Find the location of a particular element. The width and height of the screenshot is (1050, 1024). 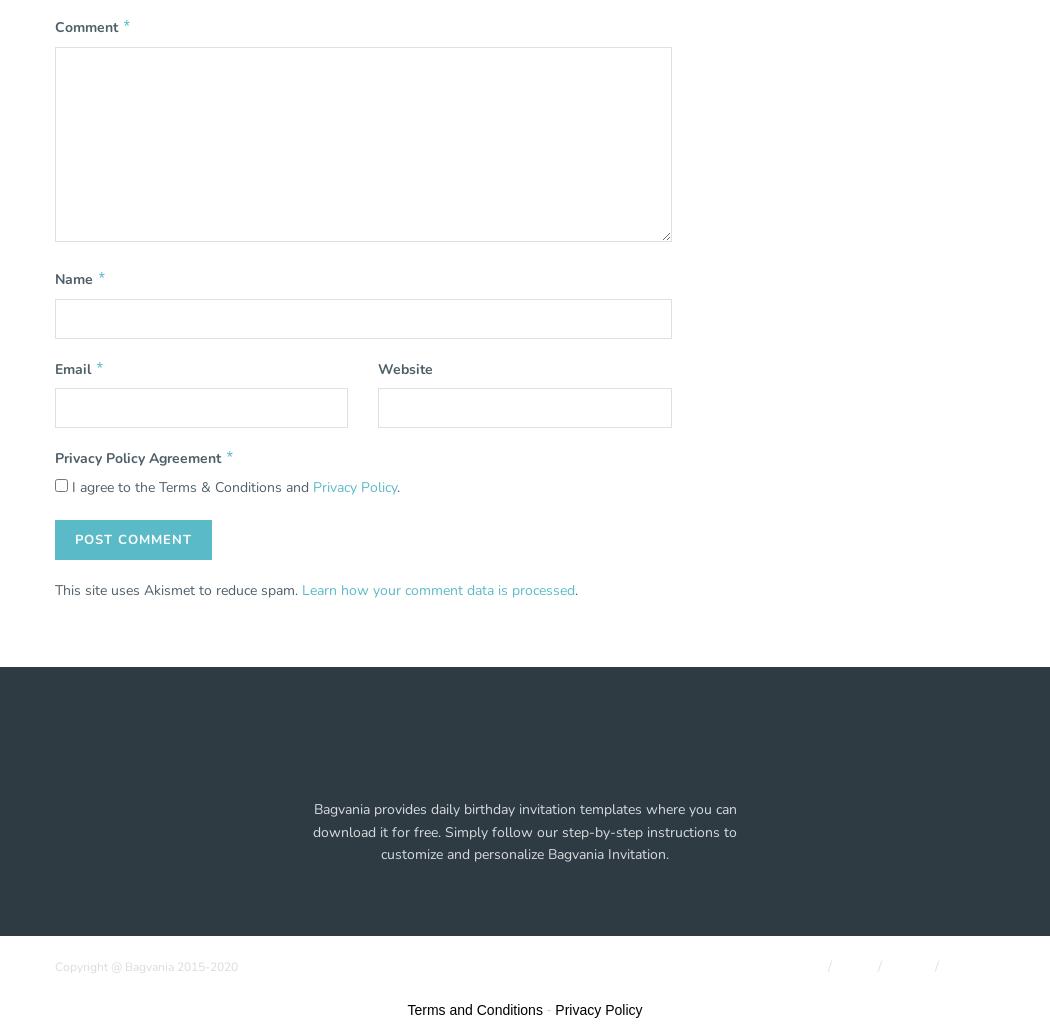

'Email' is located at coordinates (73, 368).